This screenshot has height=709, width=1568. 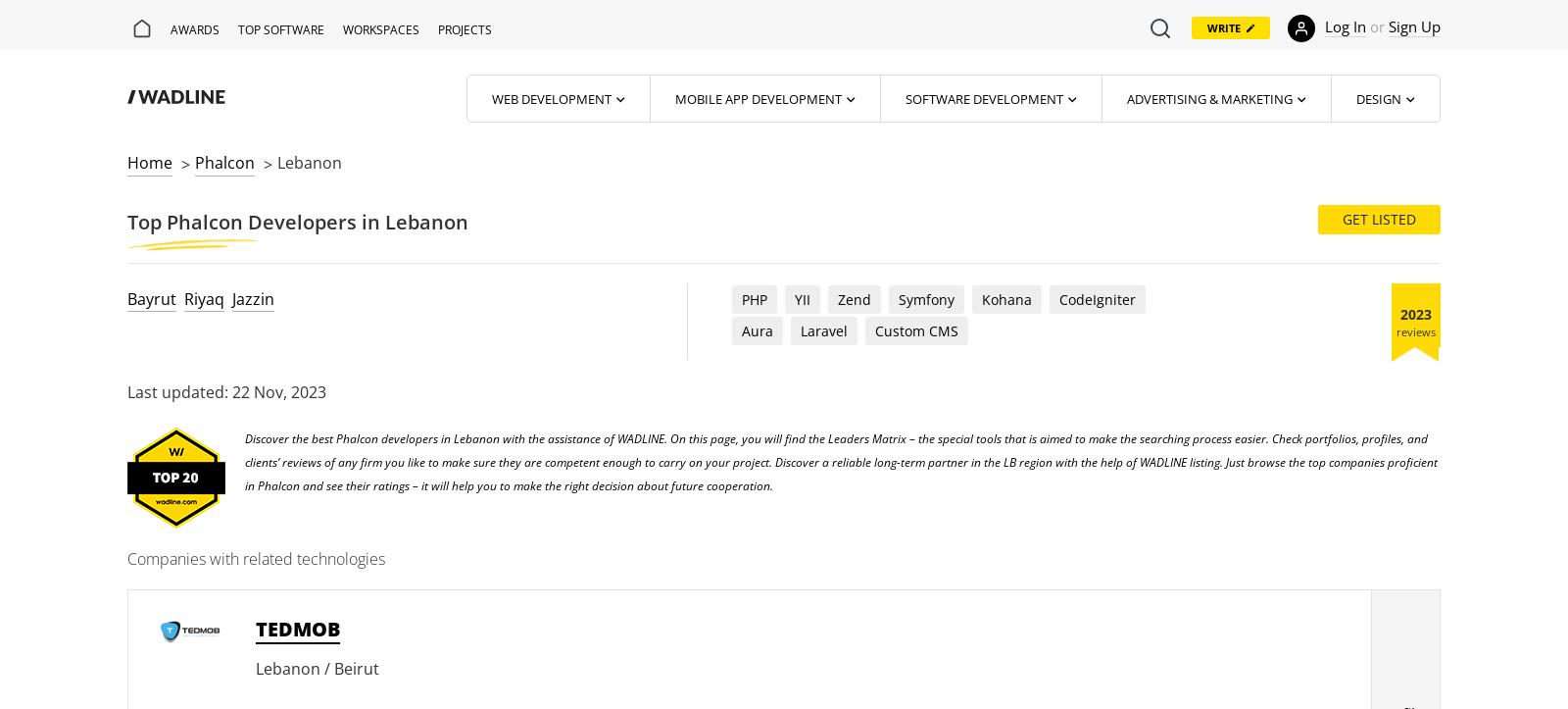 I want to click on 'Custom CMS', so click(x=915, y=329).